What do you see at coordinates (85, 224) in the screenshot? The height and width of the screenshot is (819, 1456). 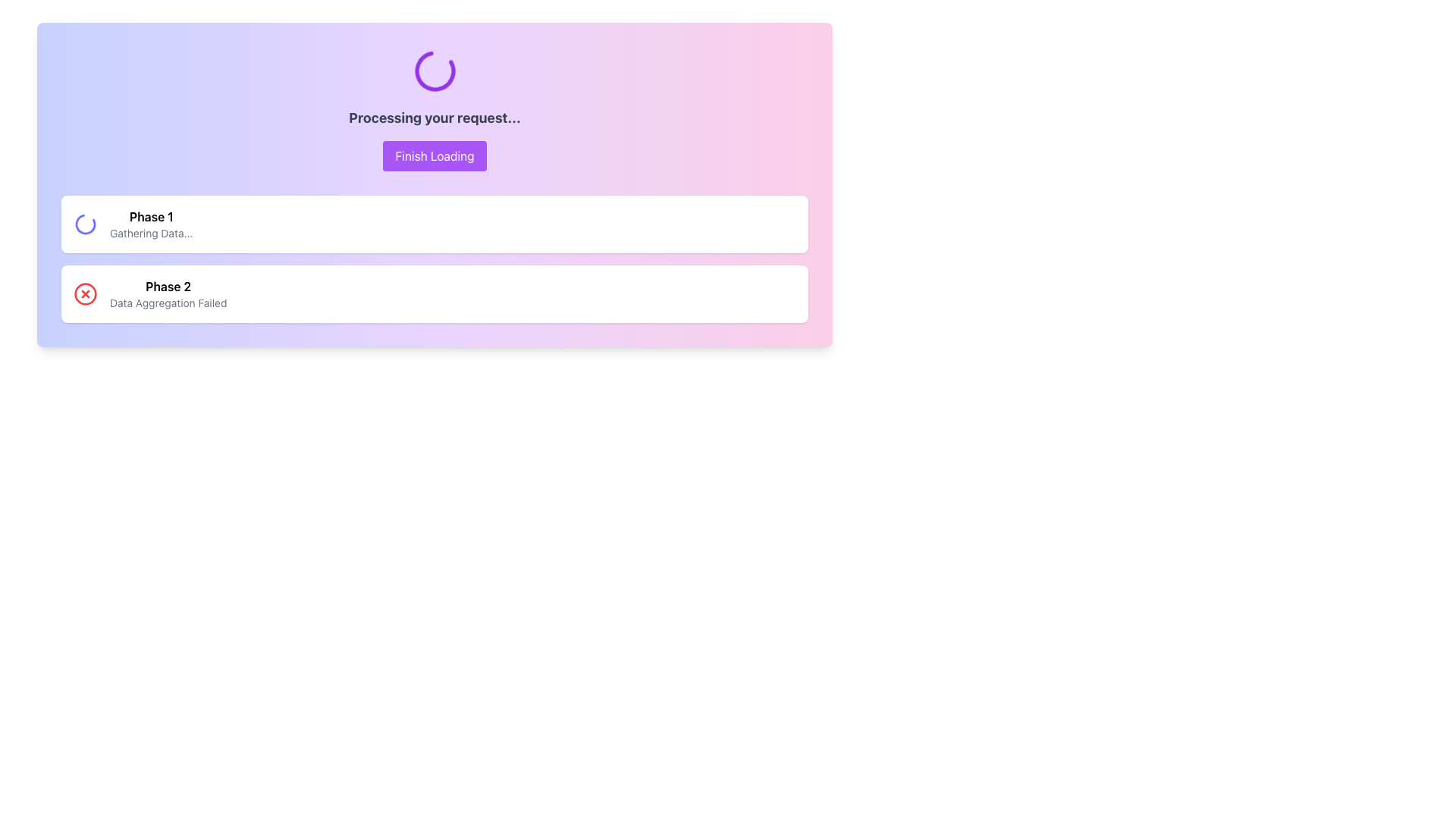 I see `the circular animated loading indicator styled in indigo located at the top-left corner of the 'Phase 1' section below the 'Processing your request' header` at bounding box center [85, 224].